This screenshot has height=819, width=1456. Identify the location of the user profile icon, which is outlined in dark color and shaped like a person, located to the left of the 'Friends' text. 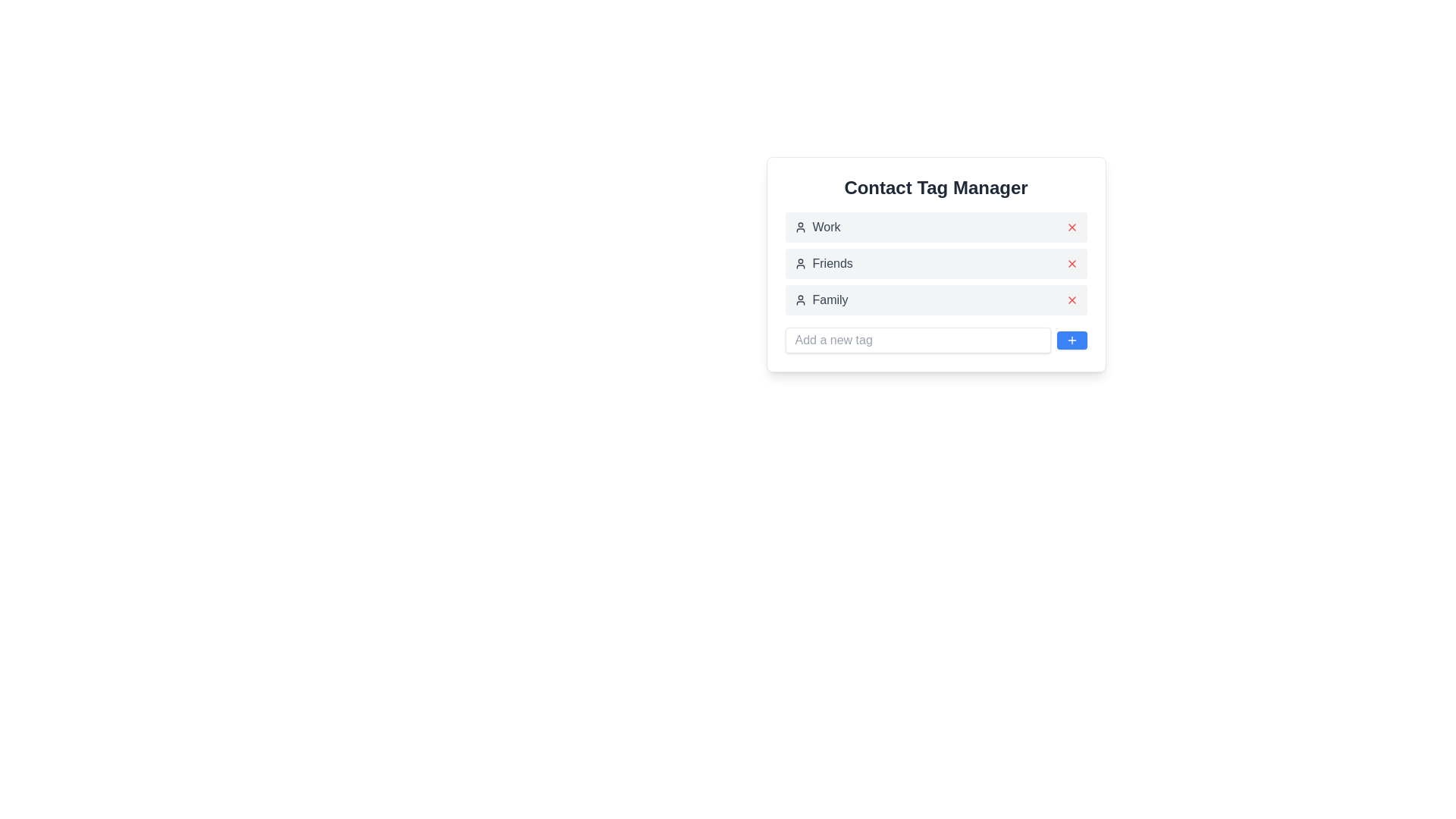
(799, 262).